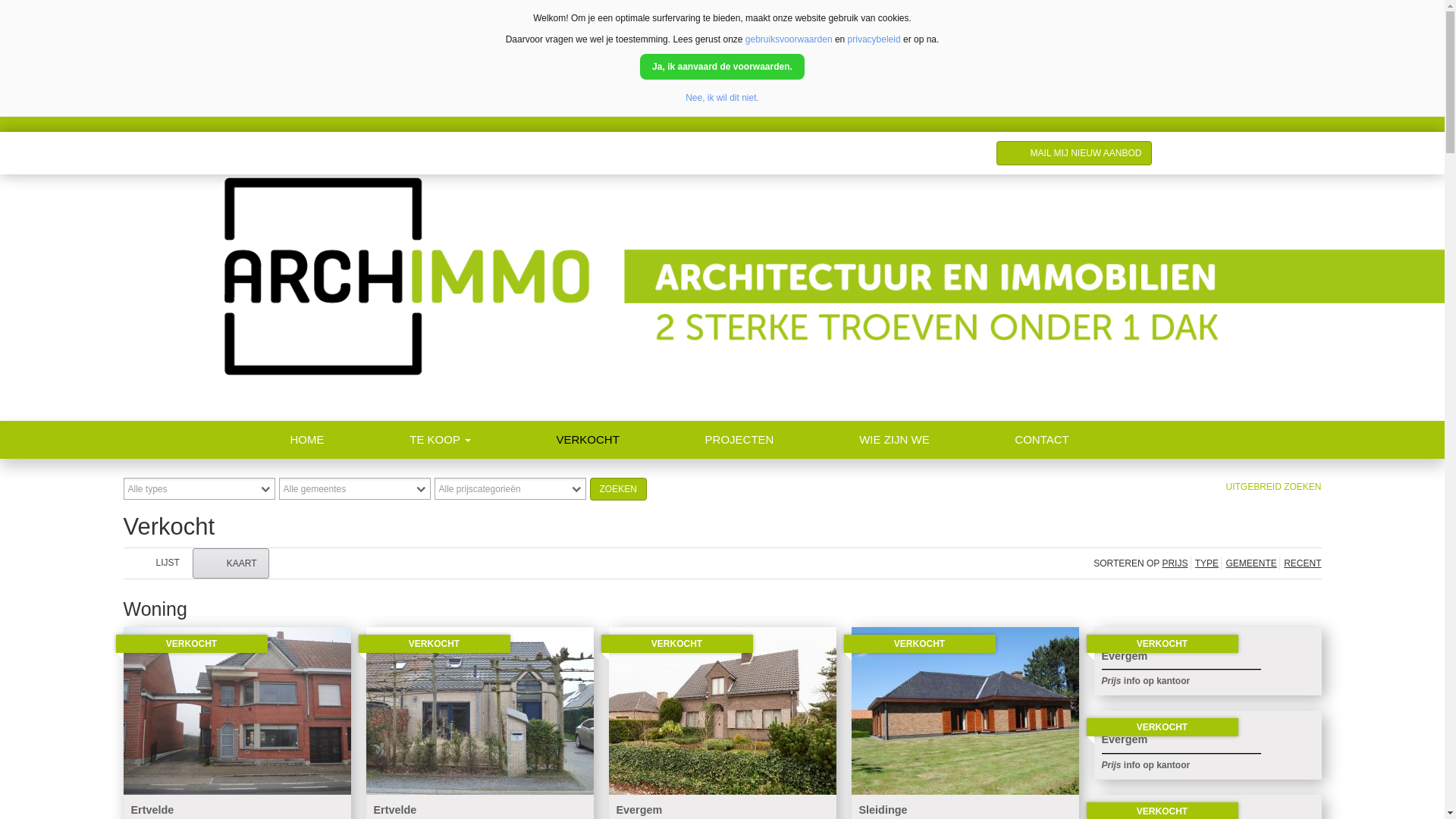 The image size is (1456, 819). I want to click on 'Zoeken', so click(618, 488).